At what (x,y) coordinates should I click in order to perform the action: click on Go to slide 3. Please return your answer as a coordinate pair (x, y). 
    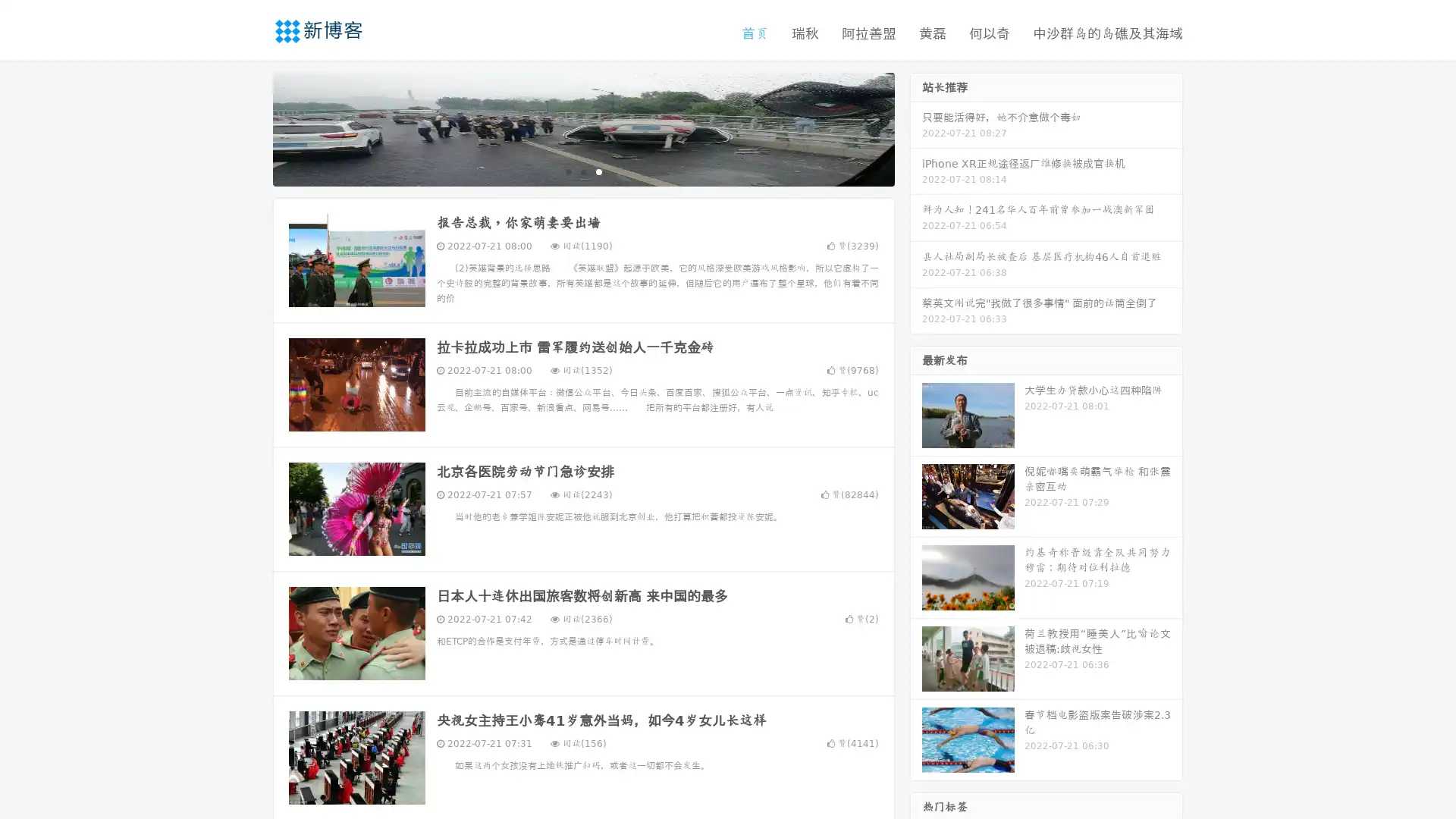
    Looking at the image, I should click on (598, 171).